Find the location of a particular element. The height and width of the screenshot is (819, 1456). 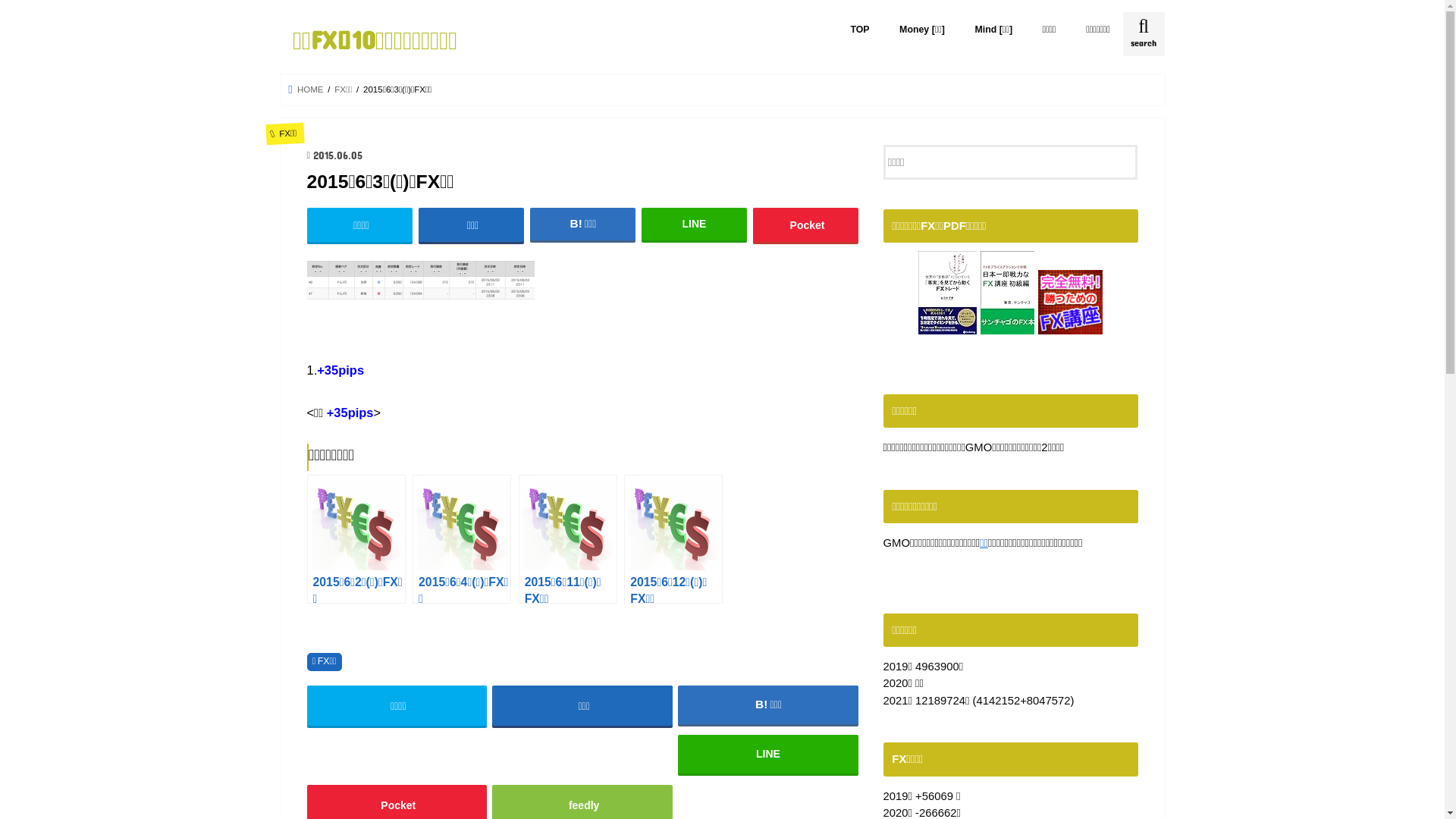

'search' is located at coordinates (1143, 34).